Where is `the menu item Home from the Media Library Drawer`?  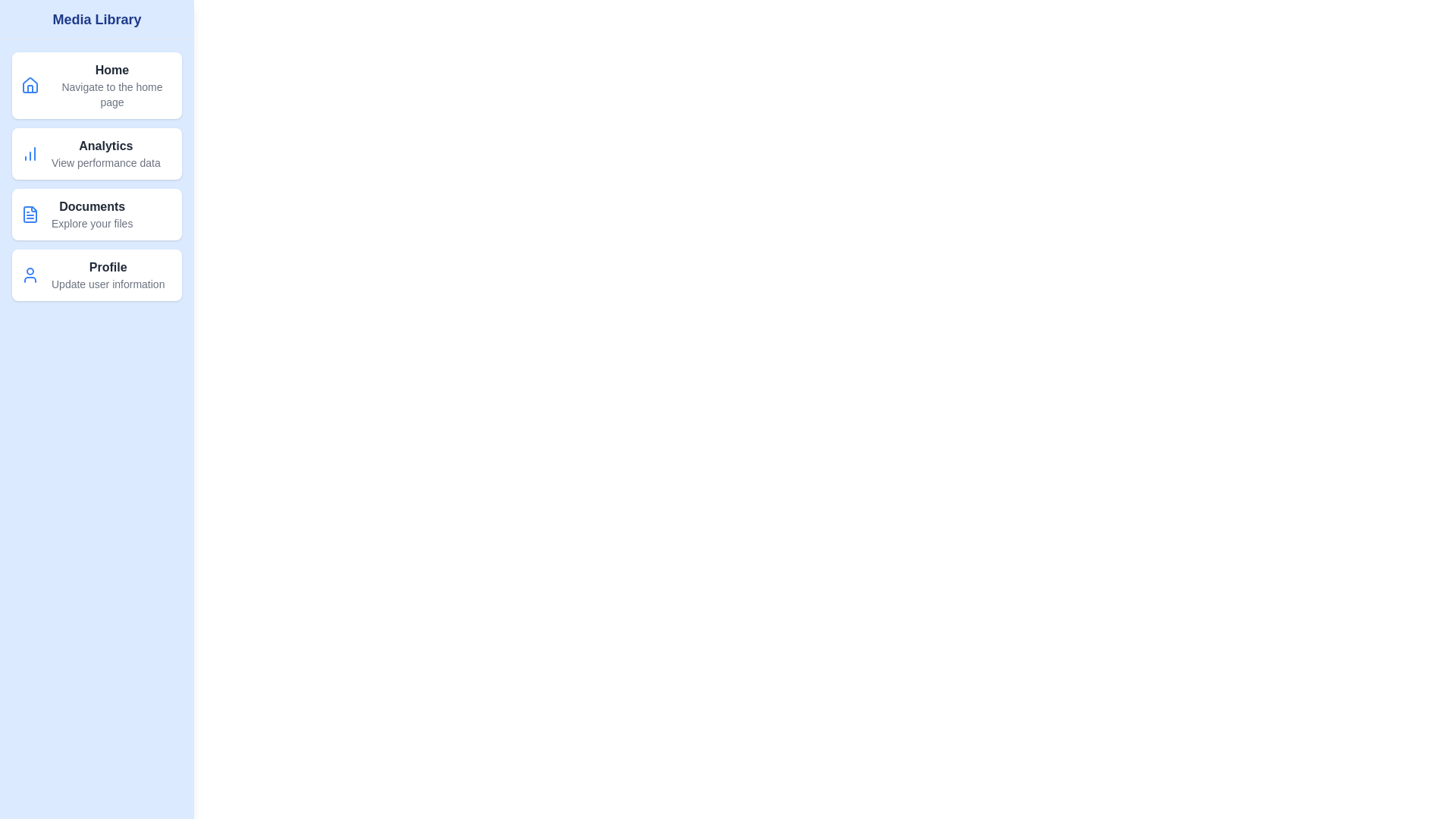
the menu item Home from the Media Library Drawer is located at coordinates (96, 85).